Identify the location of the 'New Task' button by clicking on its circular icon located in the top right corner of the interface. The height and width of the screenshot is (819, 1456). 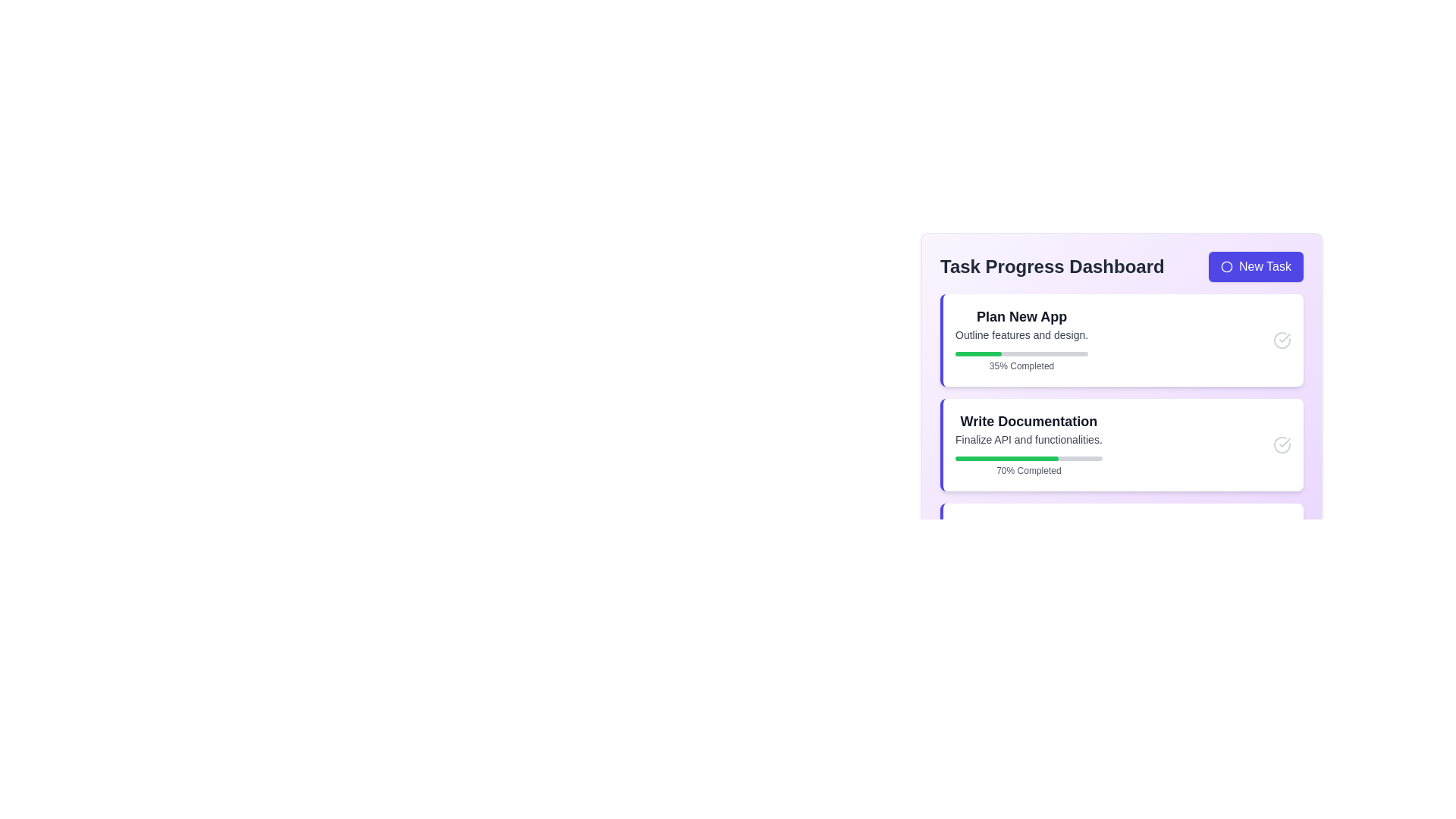
(1226, 265).